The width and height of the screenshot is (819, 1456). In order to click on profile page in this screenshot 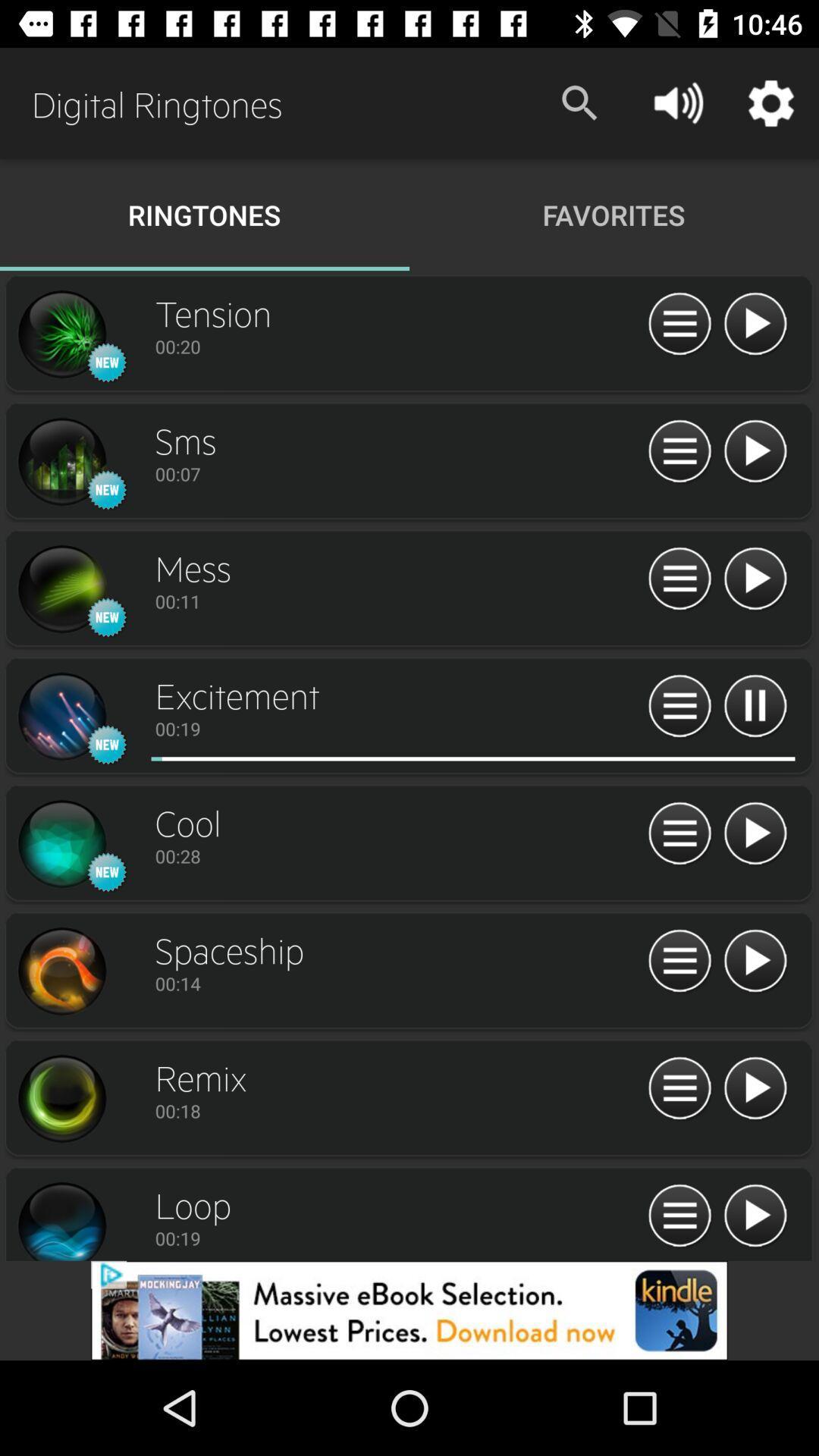, I will do `click(61, 461)`.